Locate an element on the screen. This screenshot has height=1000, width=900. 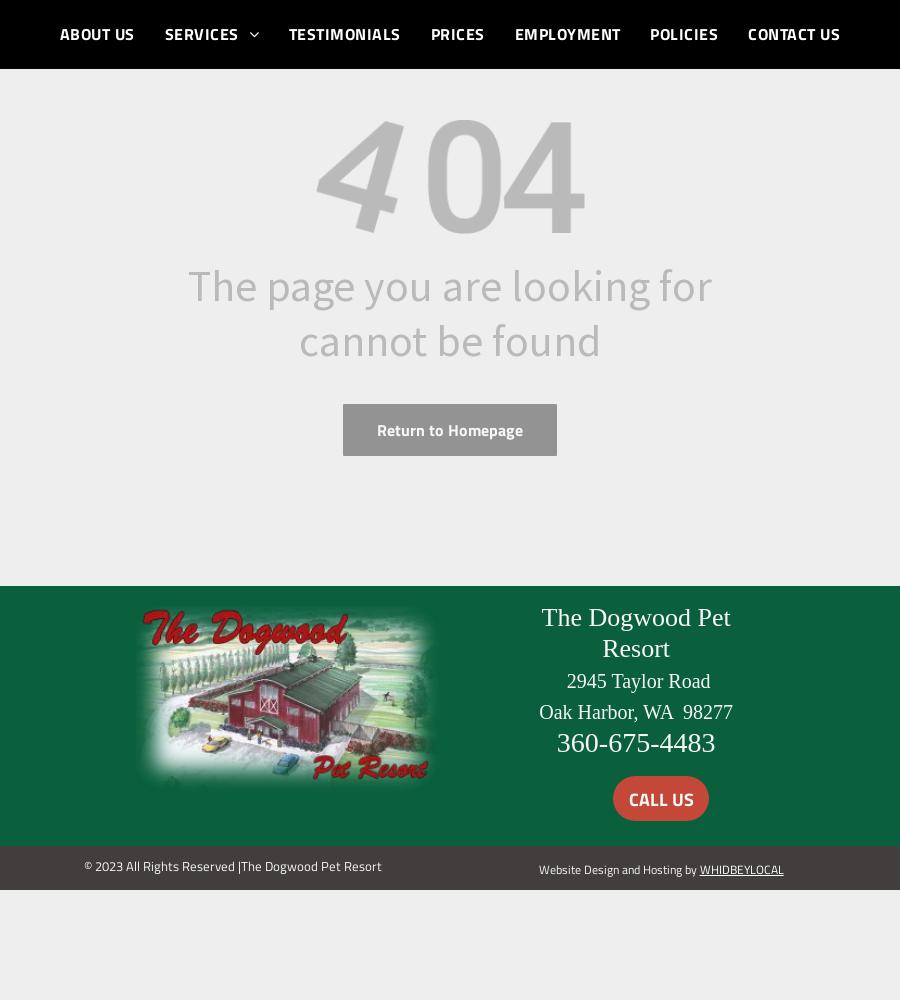
'CAT BOARDING' is located at coordinates (240, 175).